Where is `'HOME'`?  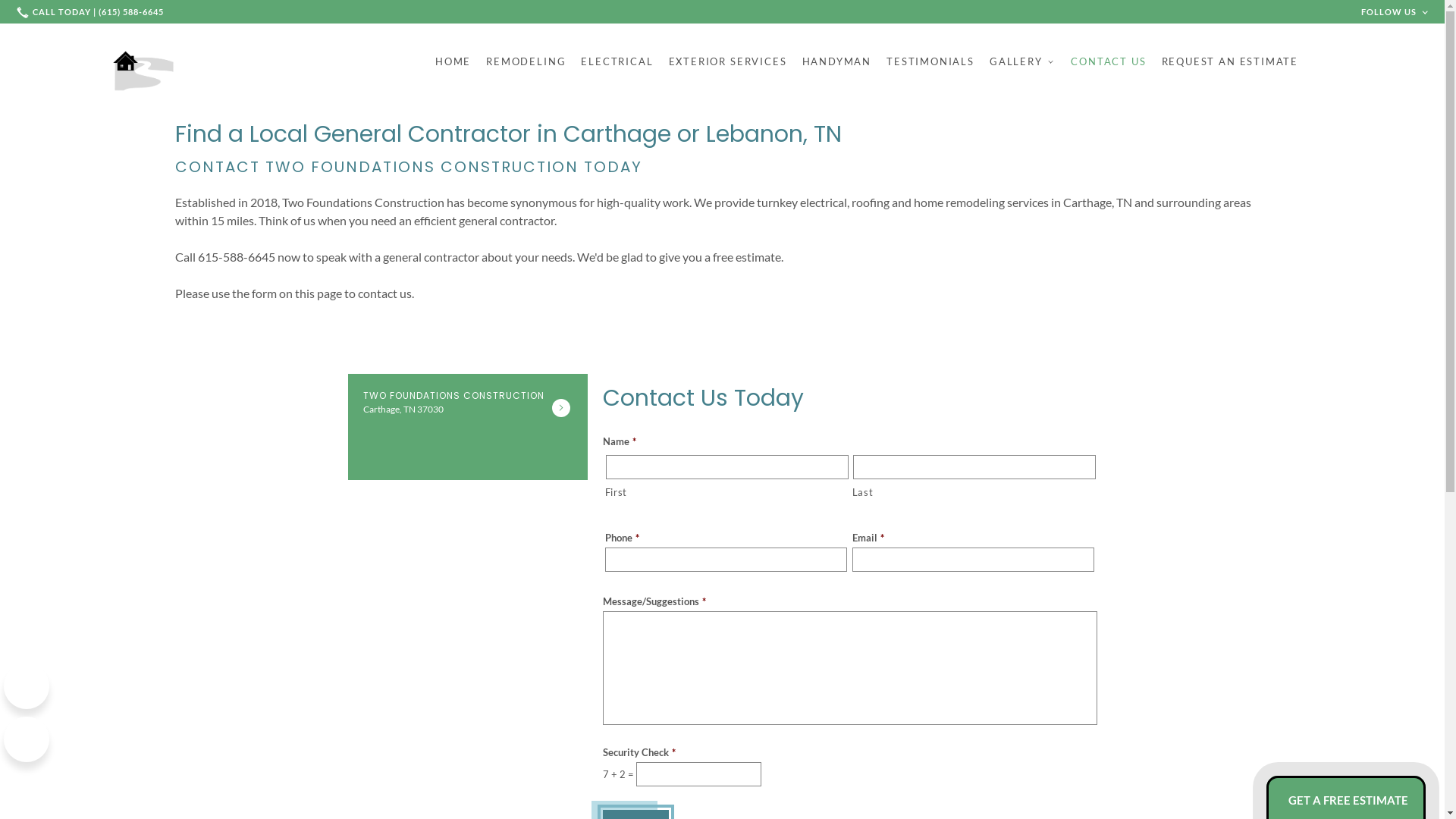
'HOME' is located at coordinates (452, 61).